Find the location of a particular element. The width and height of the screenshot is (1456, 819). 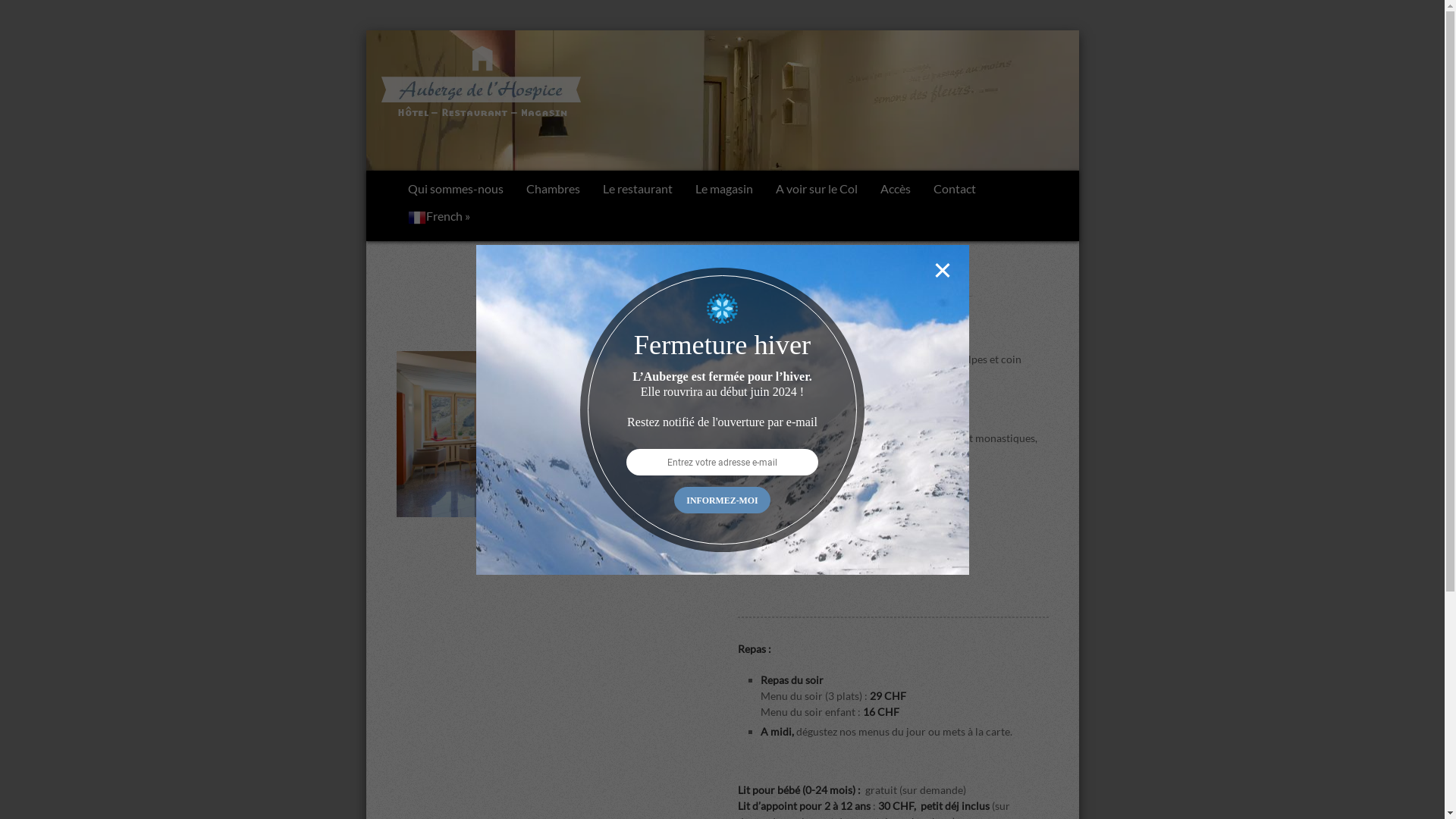

'Contact' is located at coordinates (953, 189).